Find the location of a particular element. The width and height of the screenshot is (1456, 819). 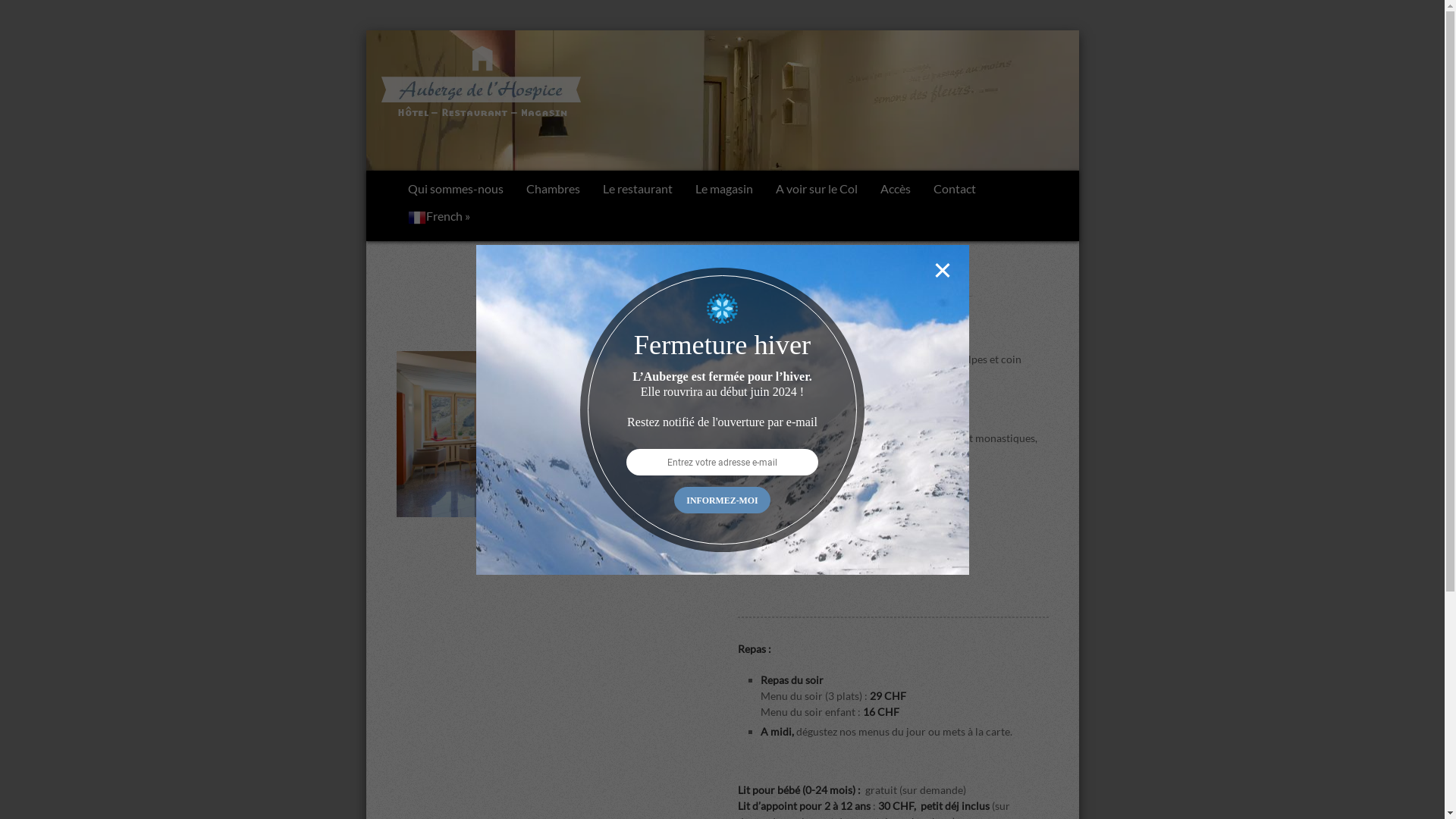

'Contact' is located at coordinates (953, 189).